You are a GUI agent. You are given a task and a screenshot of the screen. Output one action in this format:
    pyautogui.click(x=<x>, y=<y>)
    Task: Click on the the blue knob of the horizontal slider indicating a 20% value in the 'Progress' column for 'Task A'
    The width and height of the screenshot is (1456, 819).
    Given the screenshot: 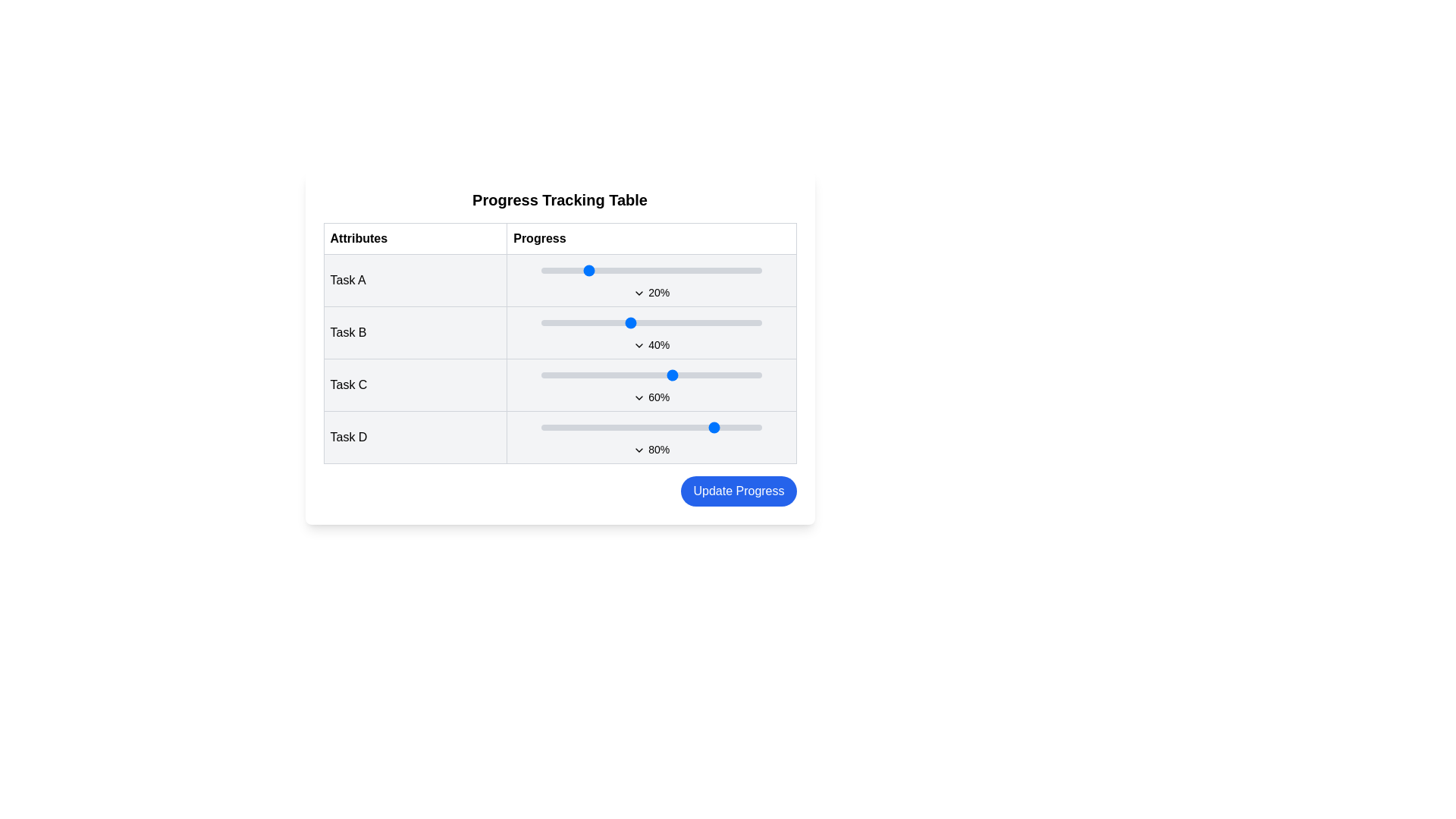 What is the action you would take?
    pyautogui.click(x=651, y=270)
    